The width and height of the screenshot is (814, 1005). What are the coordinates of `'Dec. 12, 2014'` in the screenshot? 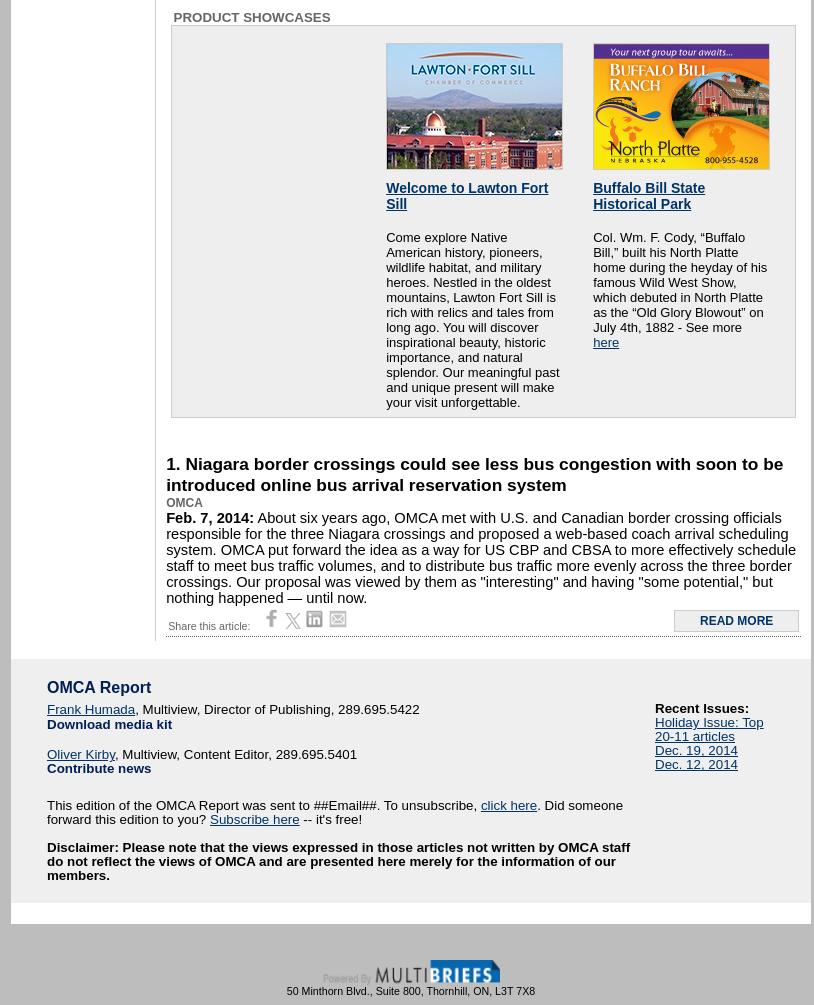 It's located at (696, 764).